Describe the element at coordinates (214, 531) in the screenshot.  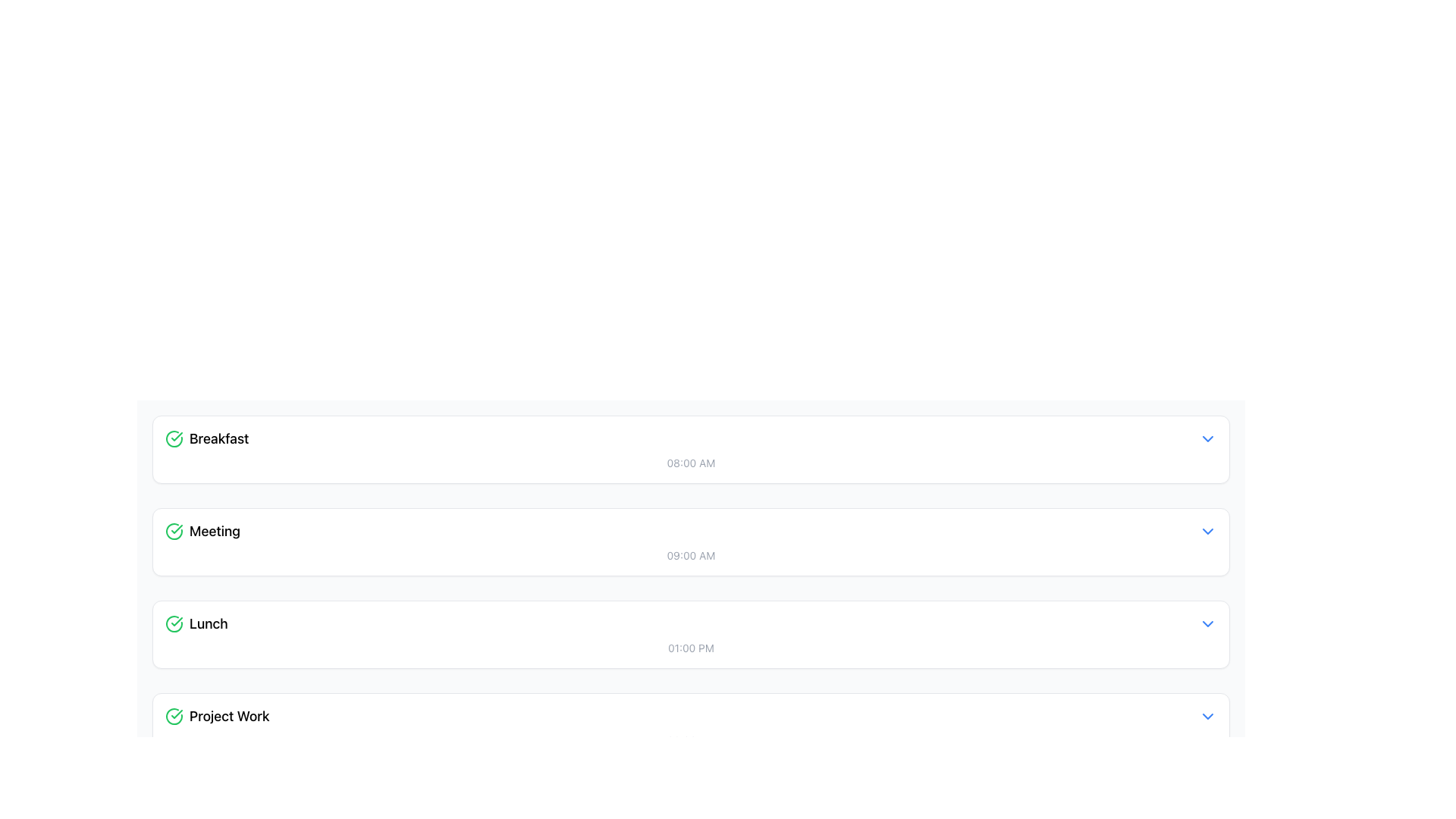
I see `the 'Meeting' text label, which is centrally placed in the second row of a list and is visually distinct with a medium-weight font and larger size` at that location.